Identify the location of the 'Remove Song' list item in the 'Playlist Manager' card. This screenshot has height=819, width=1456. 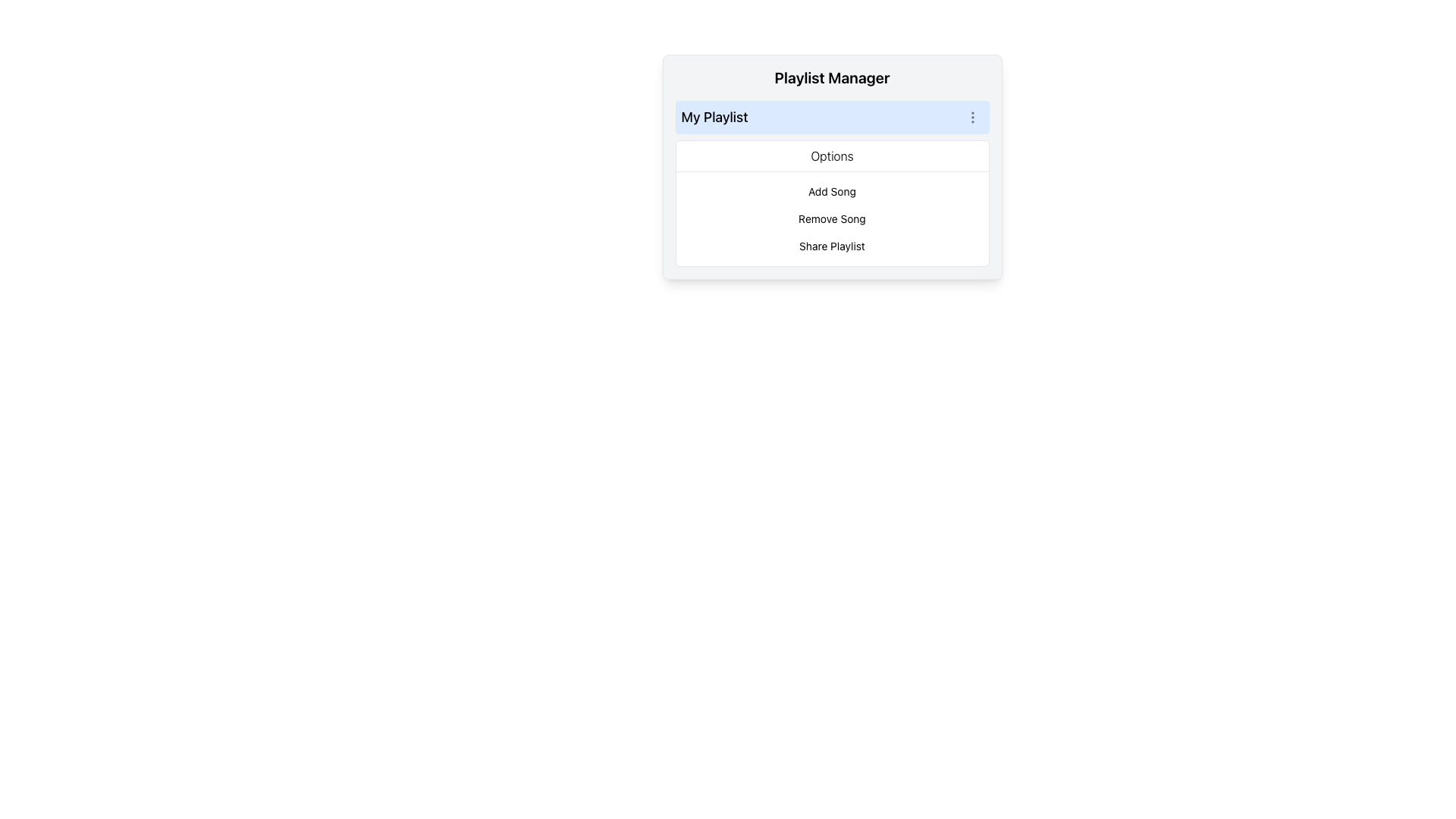
(831, 219).